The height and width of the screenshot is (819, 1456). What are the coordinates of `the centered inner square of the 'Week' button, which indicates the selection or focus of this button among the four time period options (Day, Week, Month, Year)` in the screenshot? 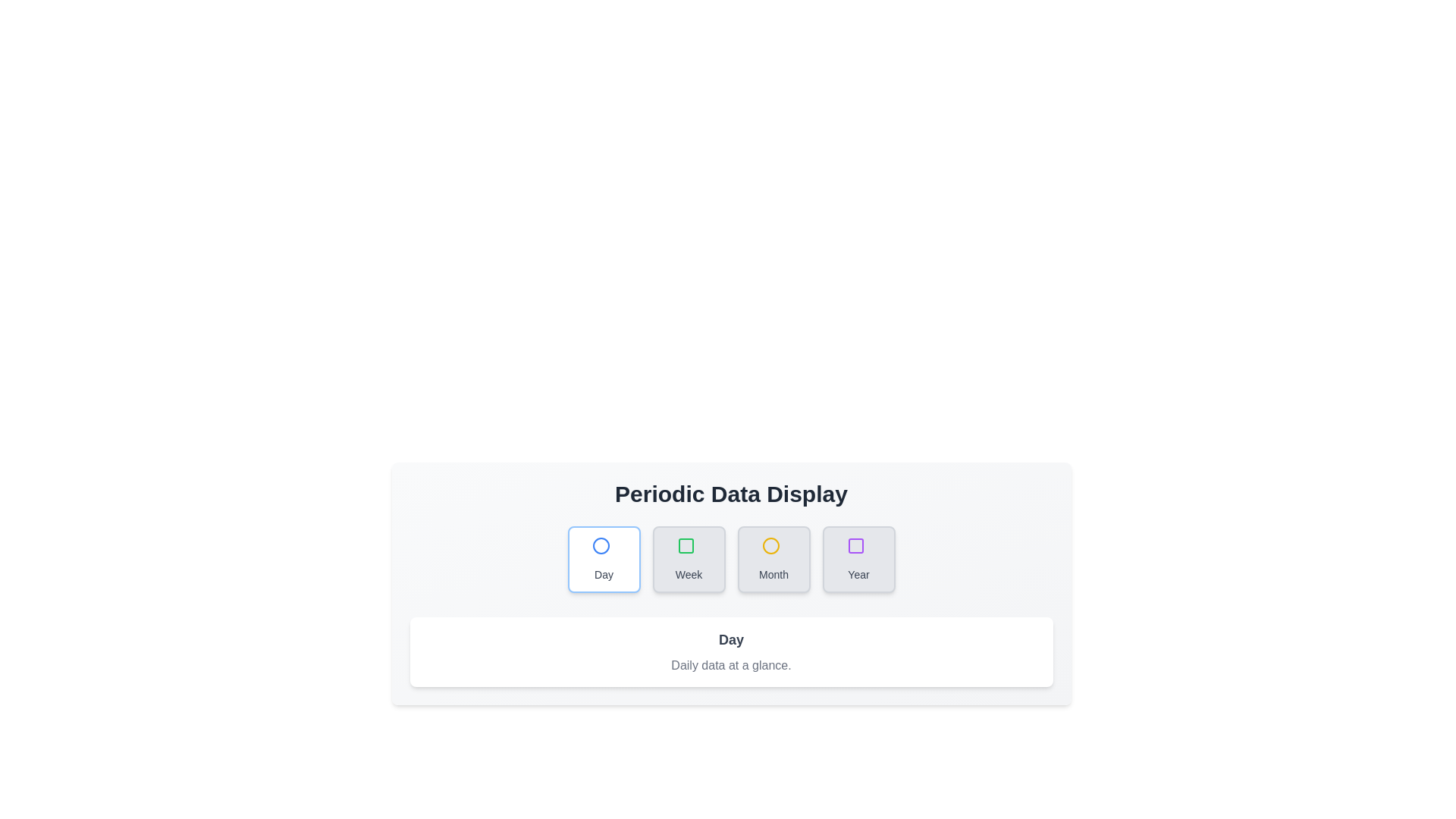 It's located at (685, 546).